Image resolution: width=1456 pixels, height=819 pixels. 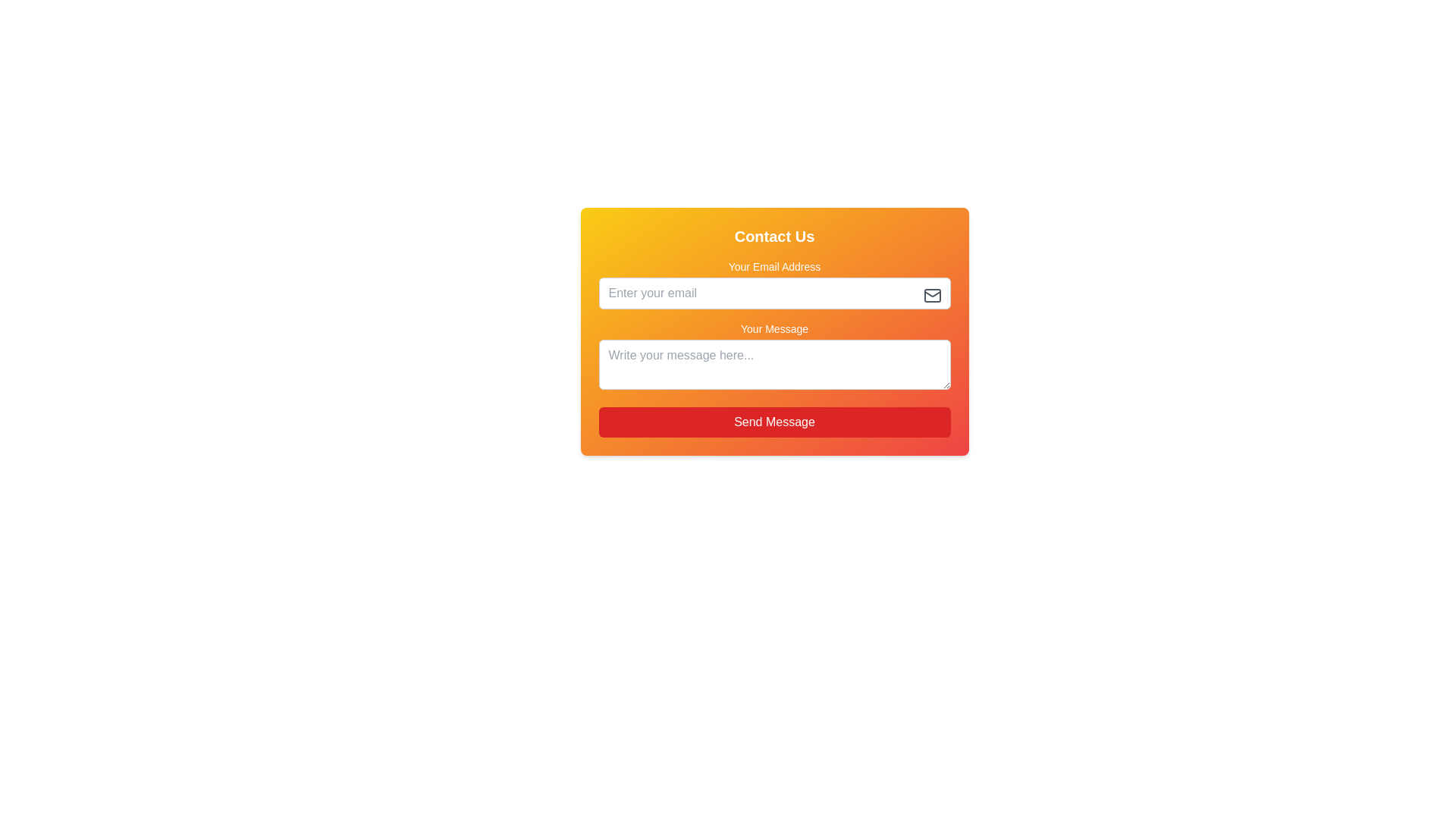 I want to click on the 'Send Message' button, which is a rectangular button with a red background and white text, located at the bottom of the 'Contact Us' card, so click(x=774, y=422).